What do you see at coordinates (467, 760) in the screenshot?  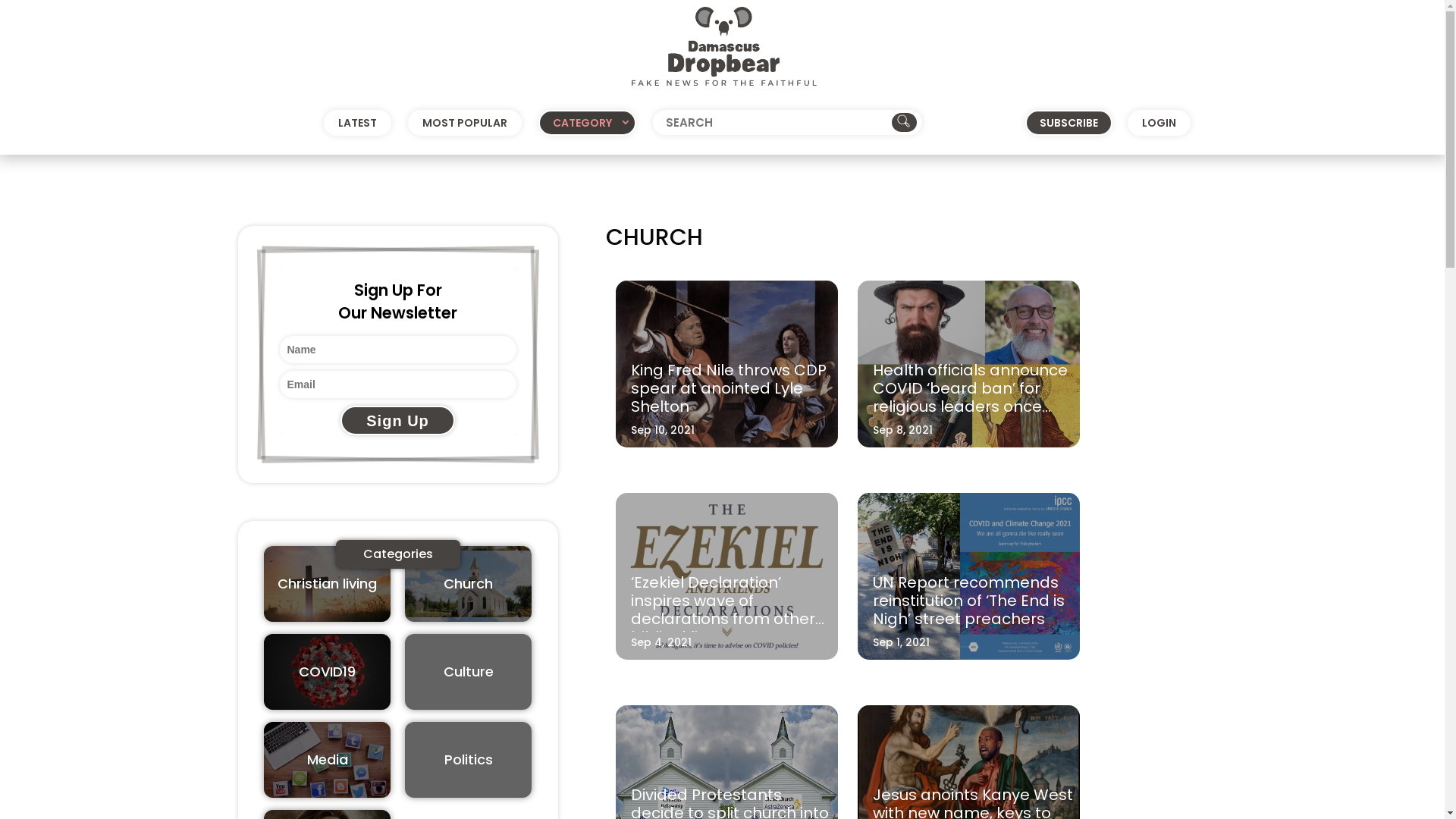 I see `'Politics'` at bounding box center [467, 760].